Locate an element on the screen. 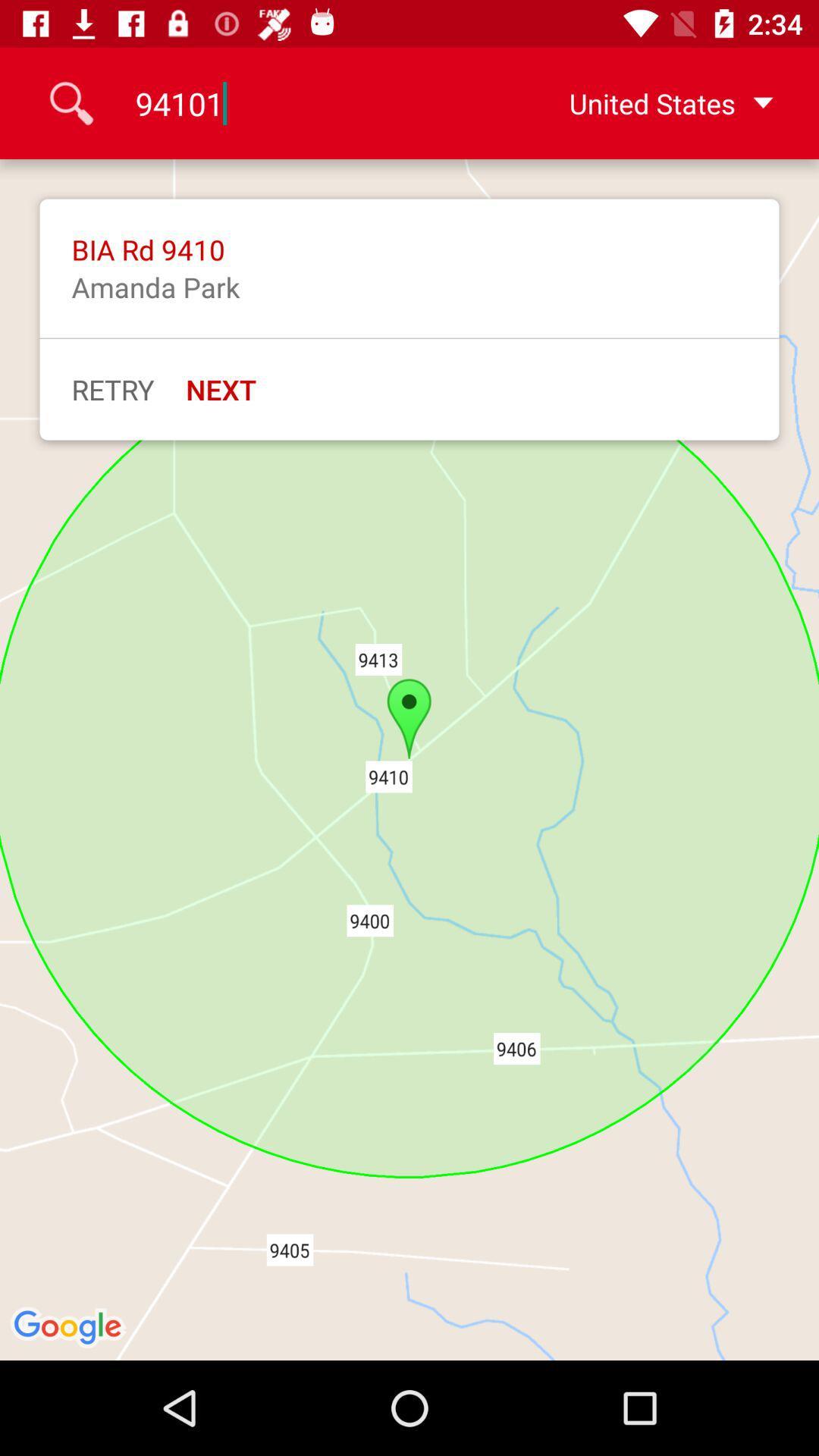 This screenshot has height=1456, width=819. item to the left of united states icon is located at coordinates (309, 102).